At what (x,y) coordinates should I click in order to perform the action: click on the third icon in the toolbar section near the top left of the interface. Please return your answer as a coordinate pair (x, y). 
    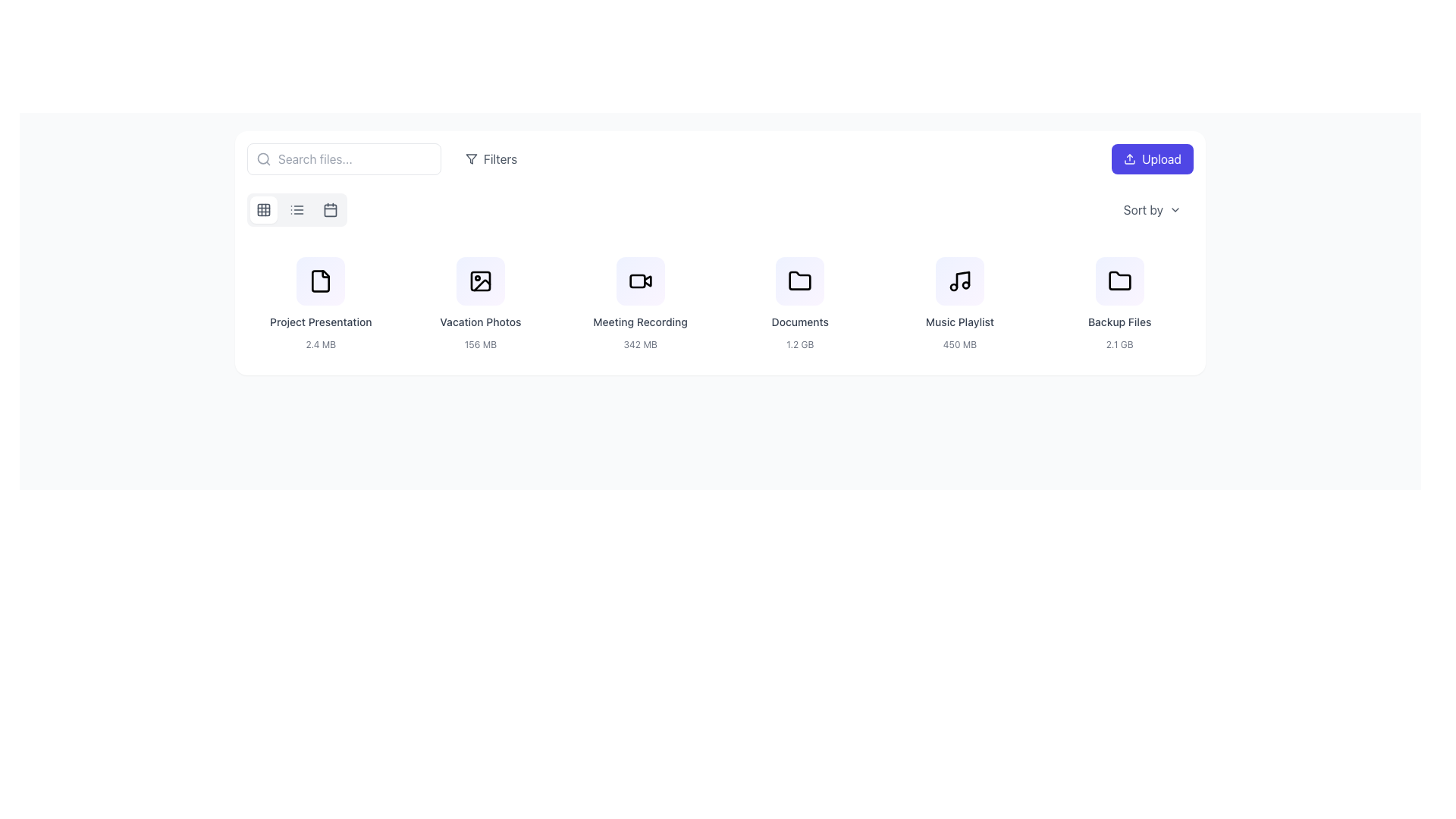
    Looking at the image, I should click on (330, 210).